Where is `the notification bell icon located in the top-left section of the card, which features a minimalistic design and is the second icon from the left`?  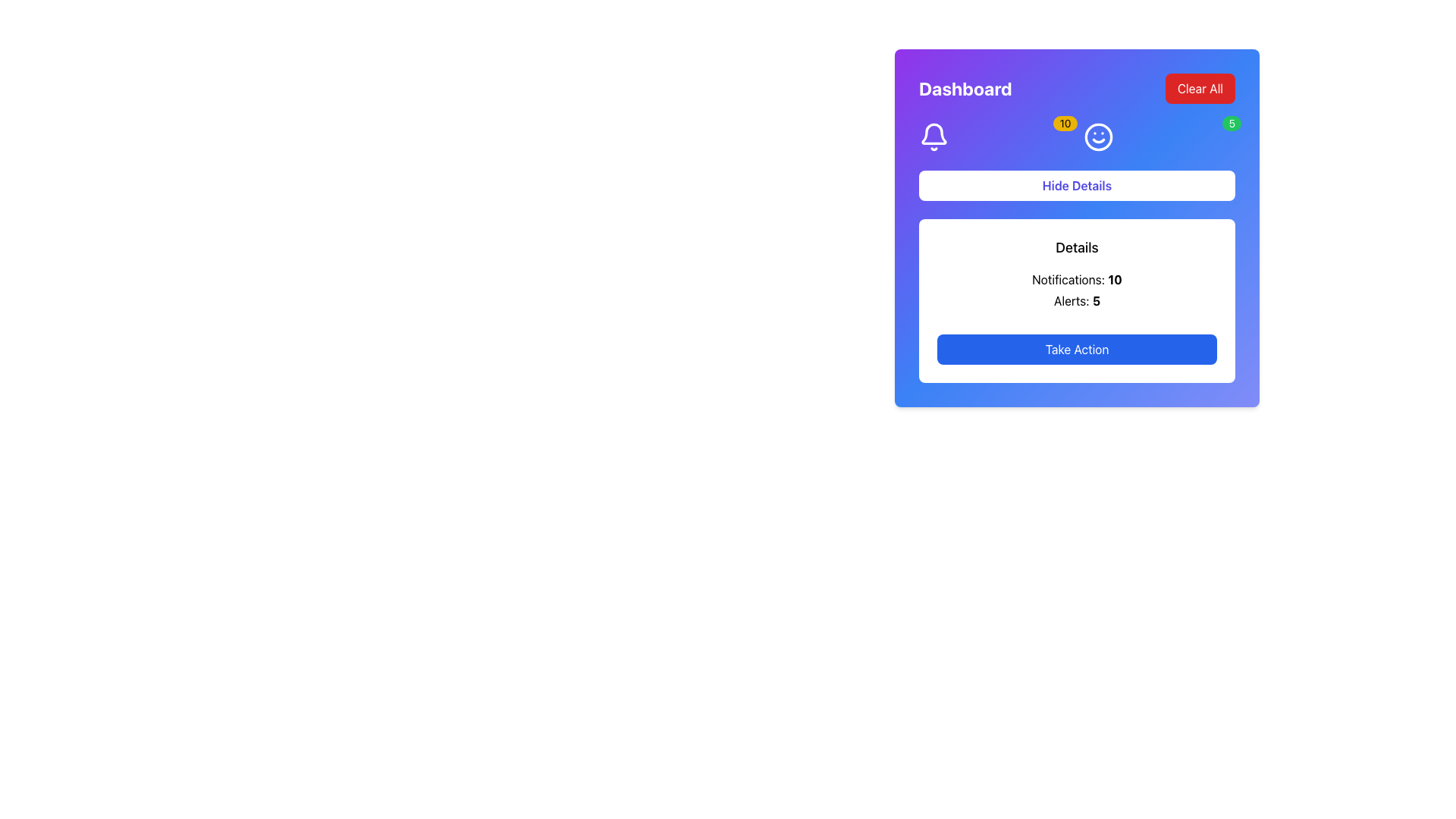 the notification bell icon located in the top-left section of the card, which features a minimalistic design and is the second icon from the left is located at coordinates (934, 133).